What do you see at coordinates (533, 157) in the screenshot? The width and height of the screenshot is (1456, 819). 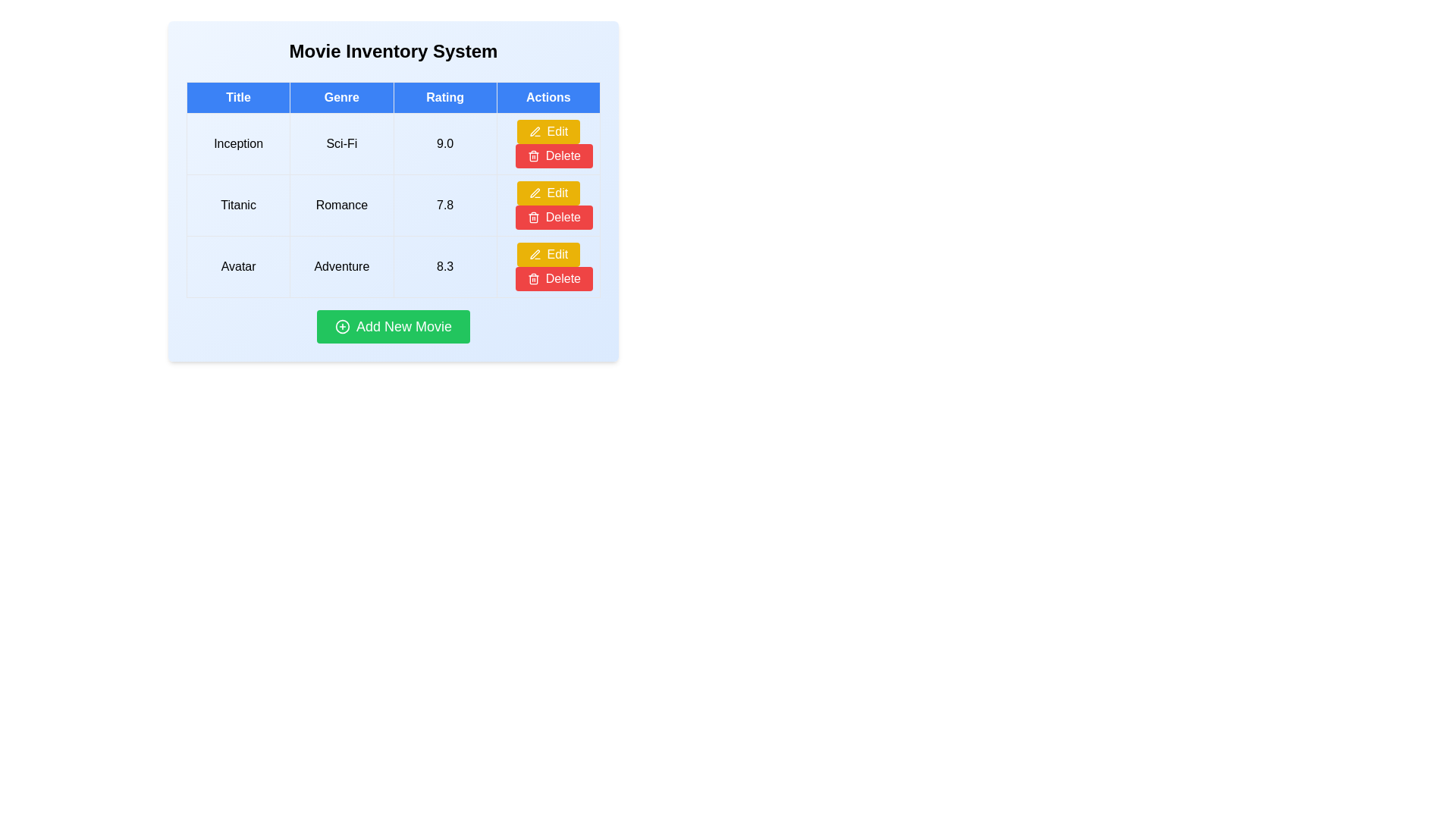 I see `the 'Delete' button associated with the trash can icon for the movie 'Titanic' to trigger the delete action` at bounding box center [533, 157].